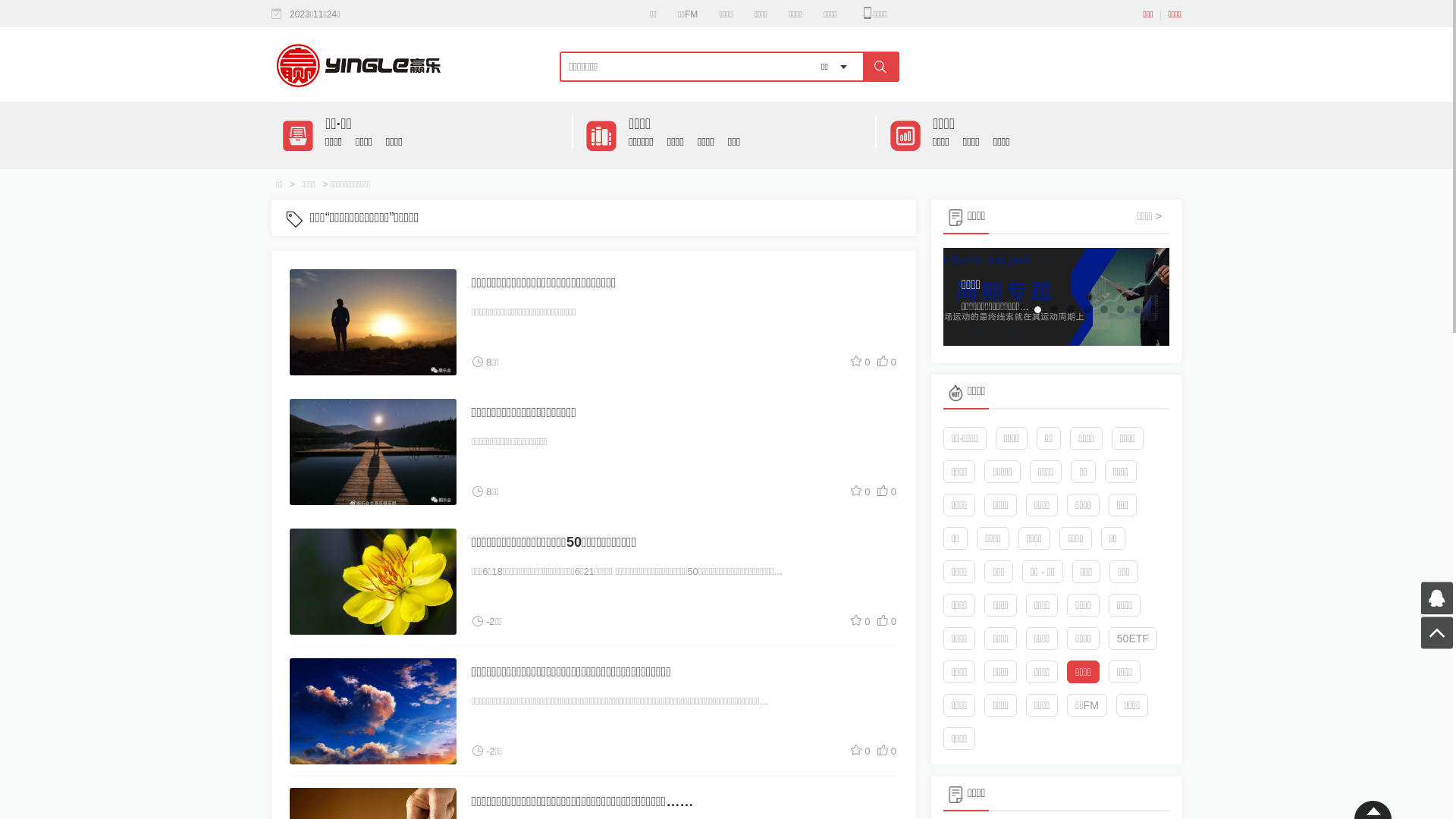  Describe the element at coordinates (1121, 309) in the screenshot. I see `'10'` at that location.